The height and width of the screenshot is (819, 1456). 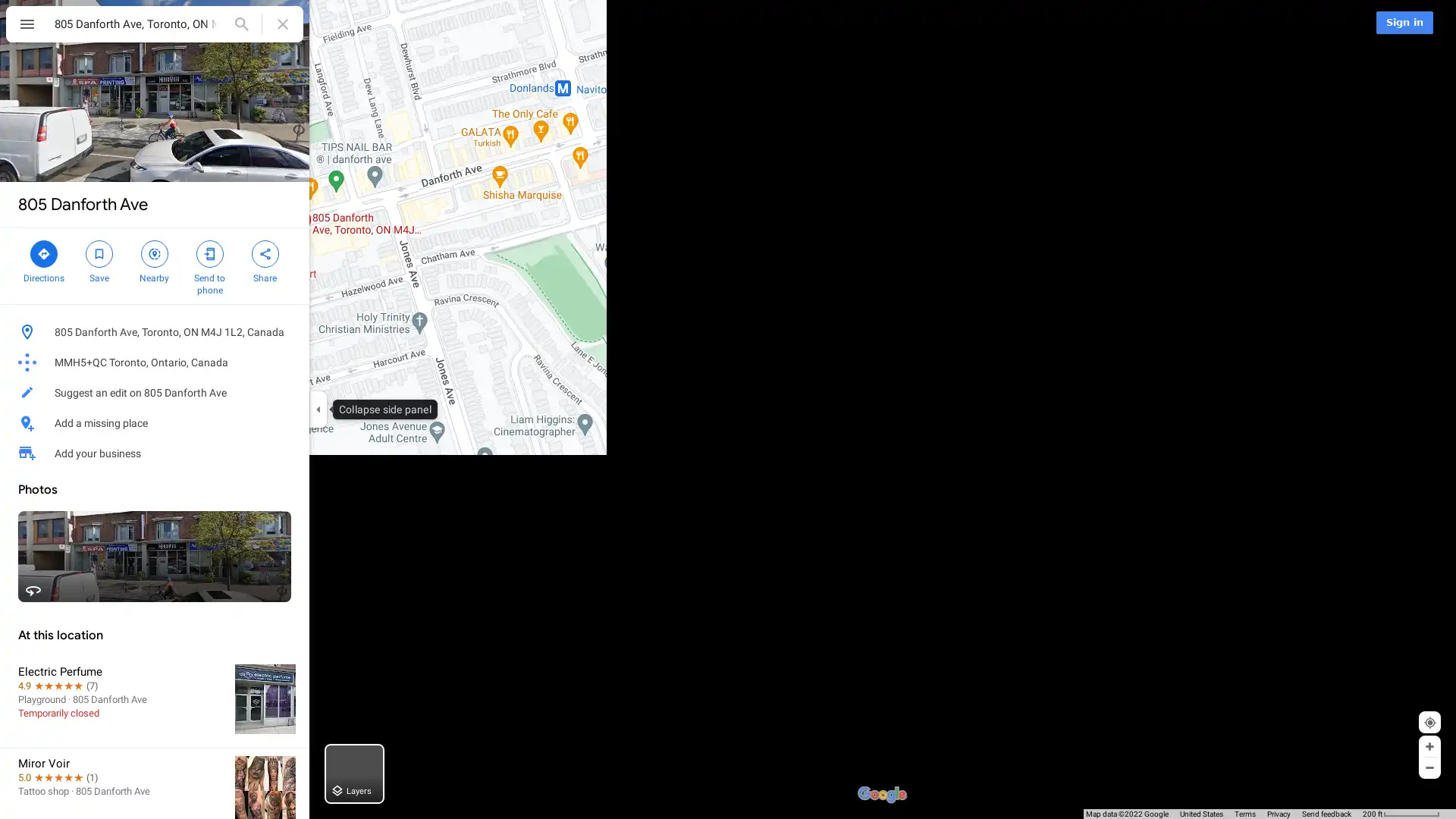 I want to click on Parking, so click(x=688, y=24).